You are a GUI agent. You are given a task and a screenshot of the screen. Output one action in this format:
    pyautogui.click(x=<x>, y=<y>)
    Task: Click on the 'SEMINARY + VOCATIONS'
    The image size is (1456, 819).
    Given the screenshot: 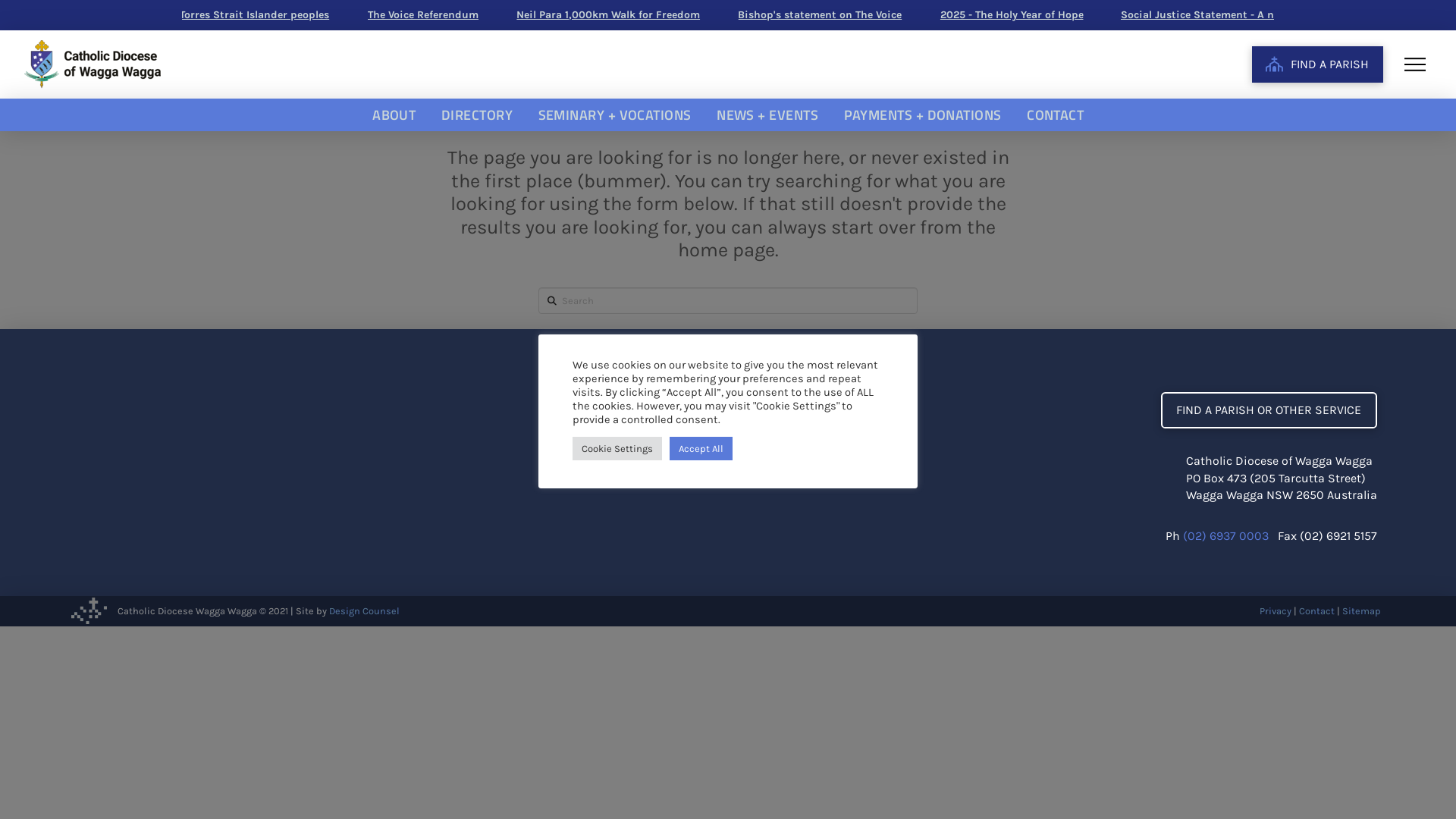 What is the action you would take?
    pyautogui.click(x=615, y=114)
    